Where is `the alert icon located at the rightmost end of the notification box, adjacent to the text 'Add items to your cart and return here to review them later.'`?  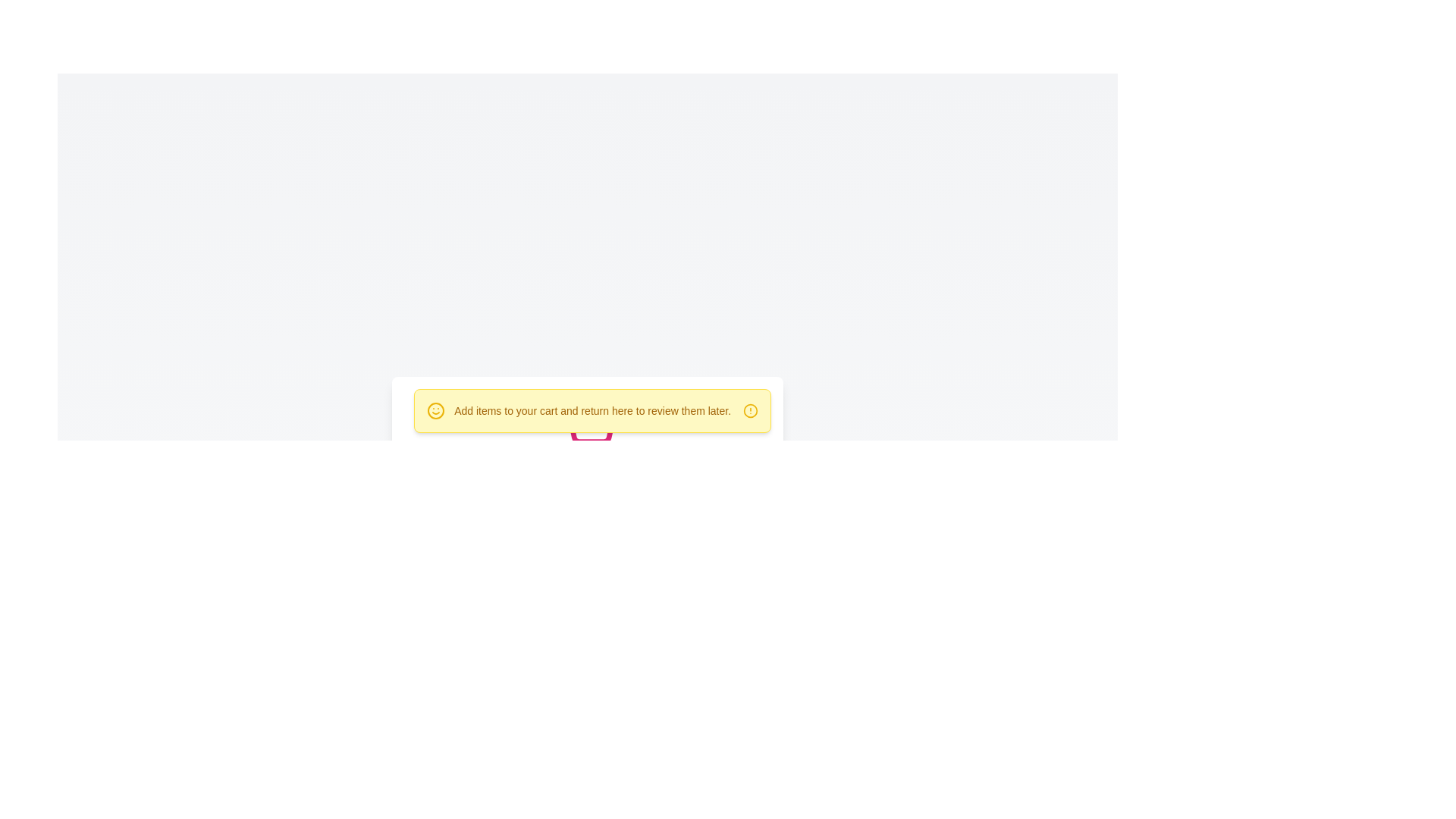 the alert icon located at the rightmost end of the notification box, adjacent to the text 'Add items to your cart and return here to review them later.' is located at coordinates (751, 411).